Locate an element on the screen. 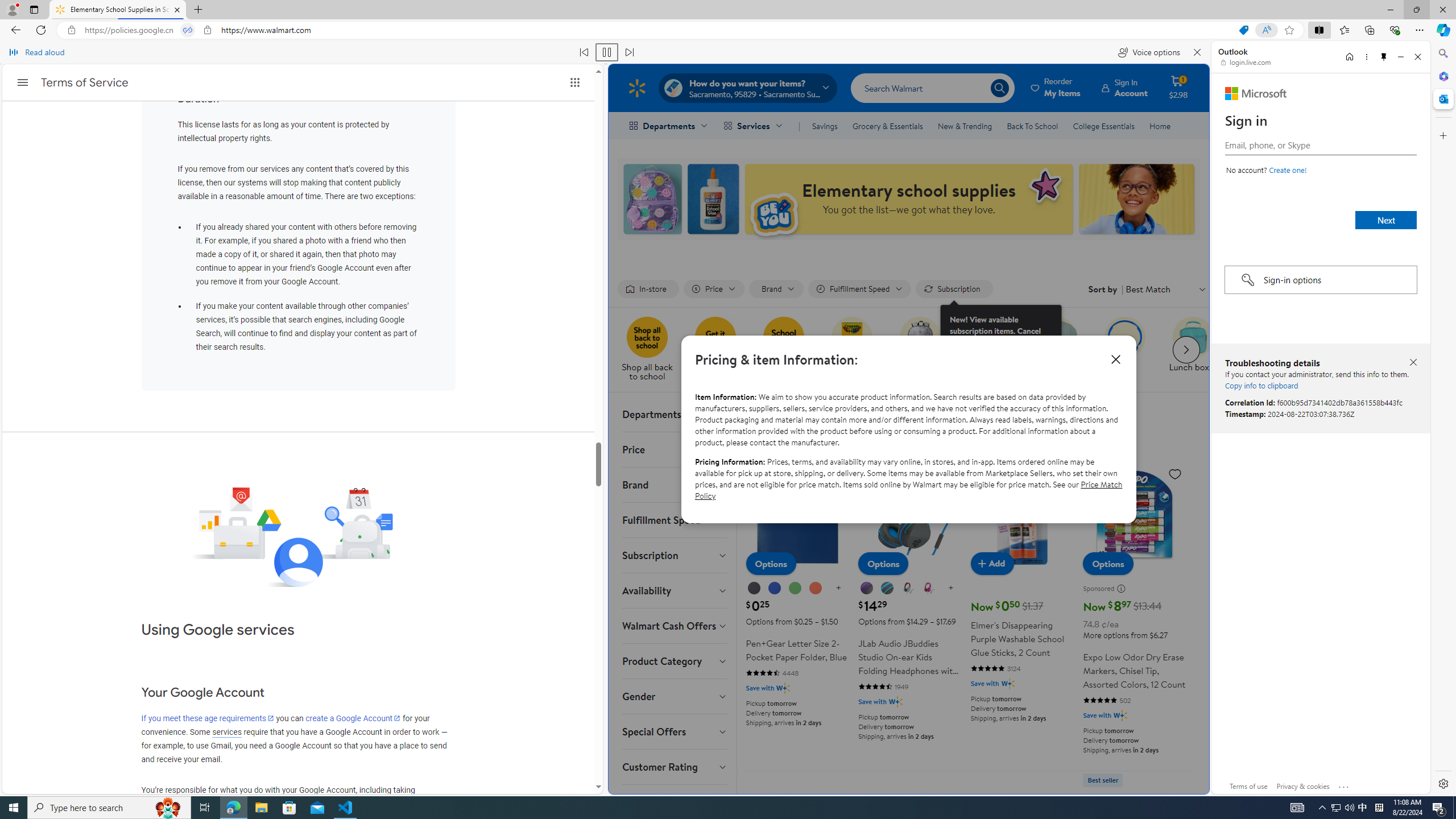 The height and width of the screenshot is (819, 1456). 'Enter your email, phone, or Skype.' is located at coordinates (1319, 144).